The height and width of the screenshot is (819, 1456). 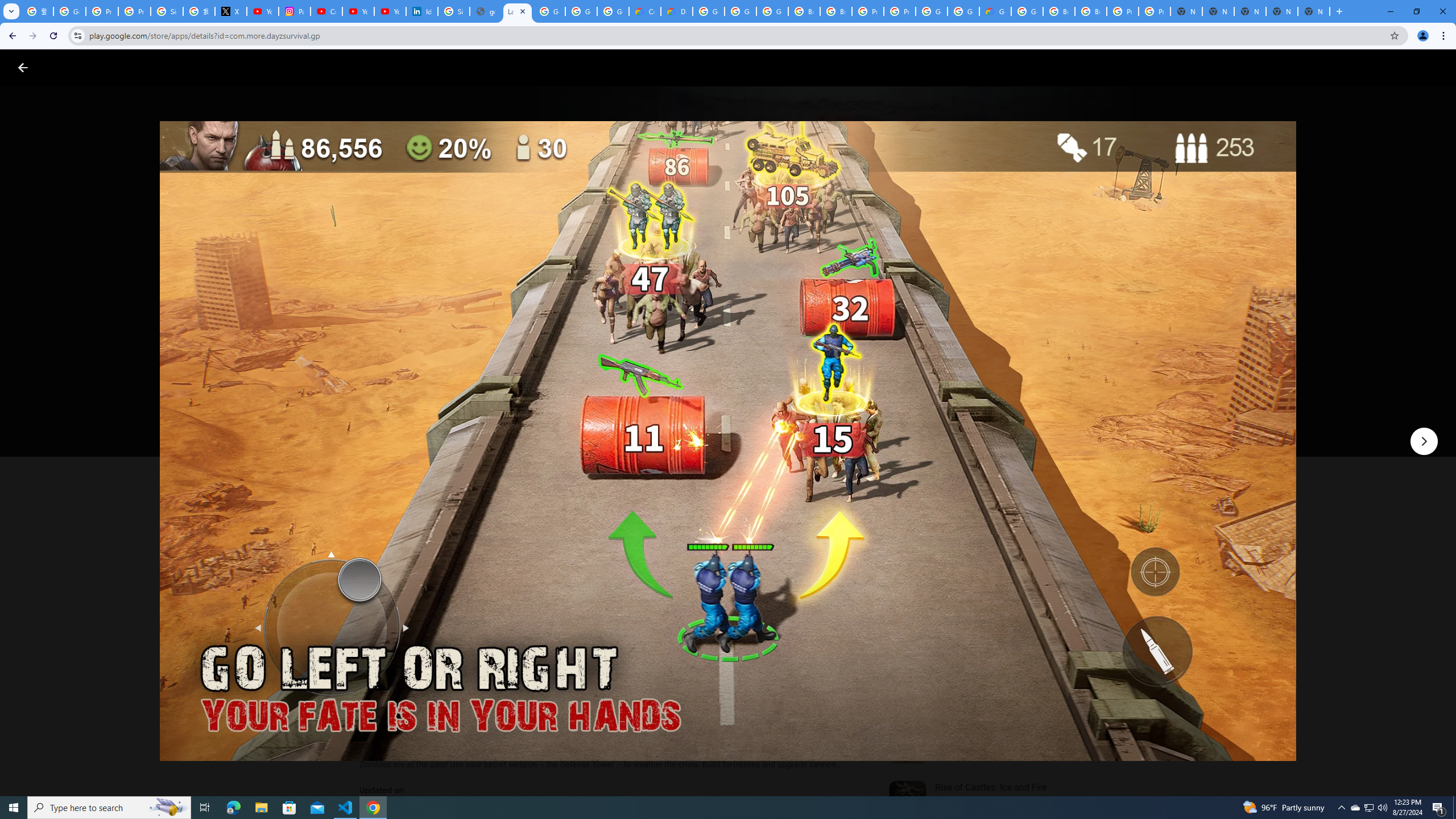 I want to click on 'Google Cloud Platform', so click(x=930, y=11).